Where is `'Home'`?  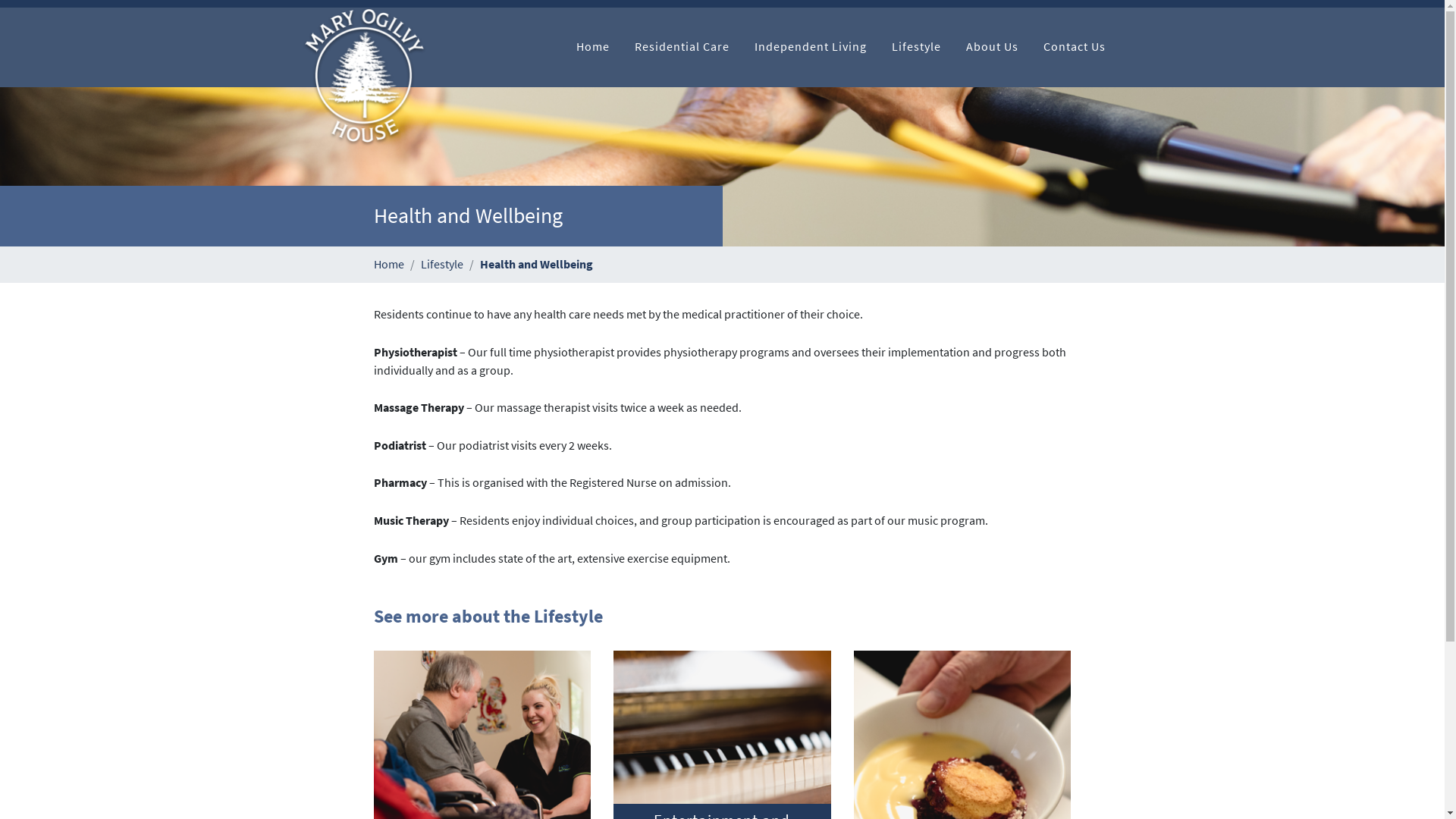 'Home' is located at coordinates (591, 45).